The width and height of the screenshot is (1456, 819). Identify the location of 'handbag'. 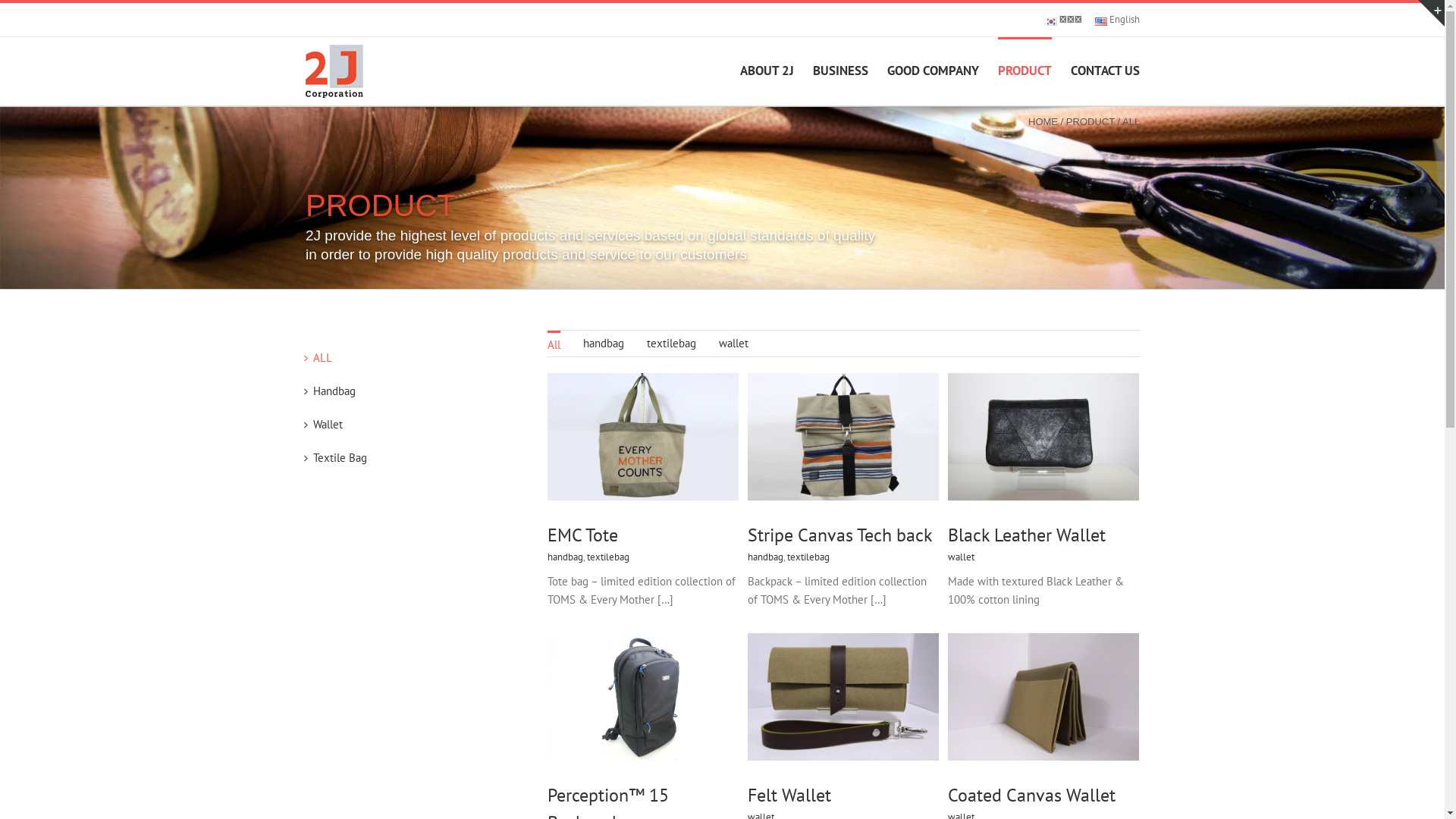
(602, 343).